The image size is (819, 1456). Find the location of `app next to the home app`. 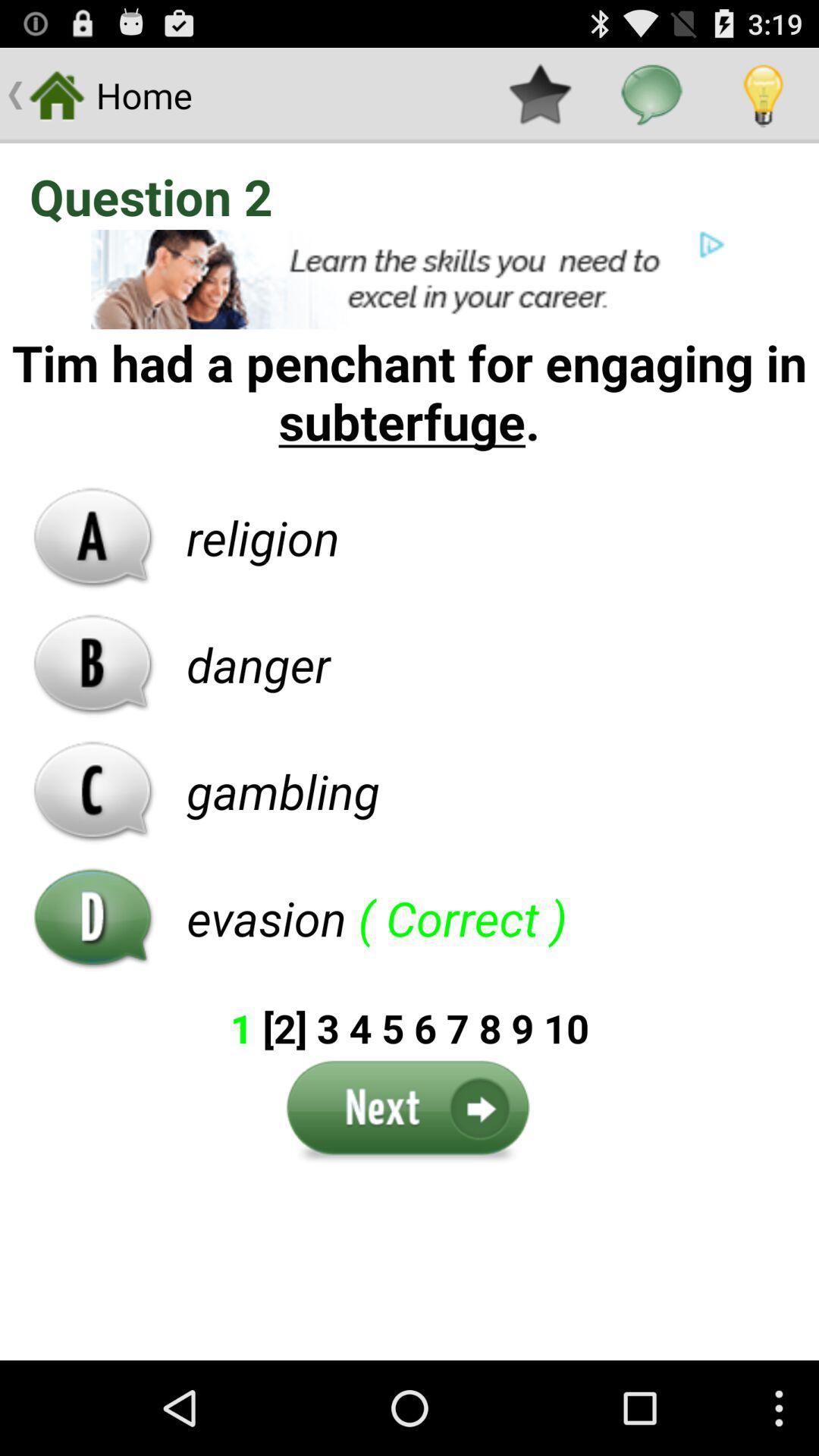

app next to the home app is located at coordinates (539, 94).